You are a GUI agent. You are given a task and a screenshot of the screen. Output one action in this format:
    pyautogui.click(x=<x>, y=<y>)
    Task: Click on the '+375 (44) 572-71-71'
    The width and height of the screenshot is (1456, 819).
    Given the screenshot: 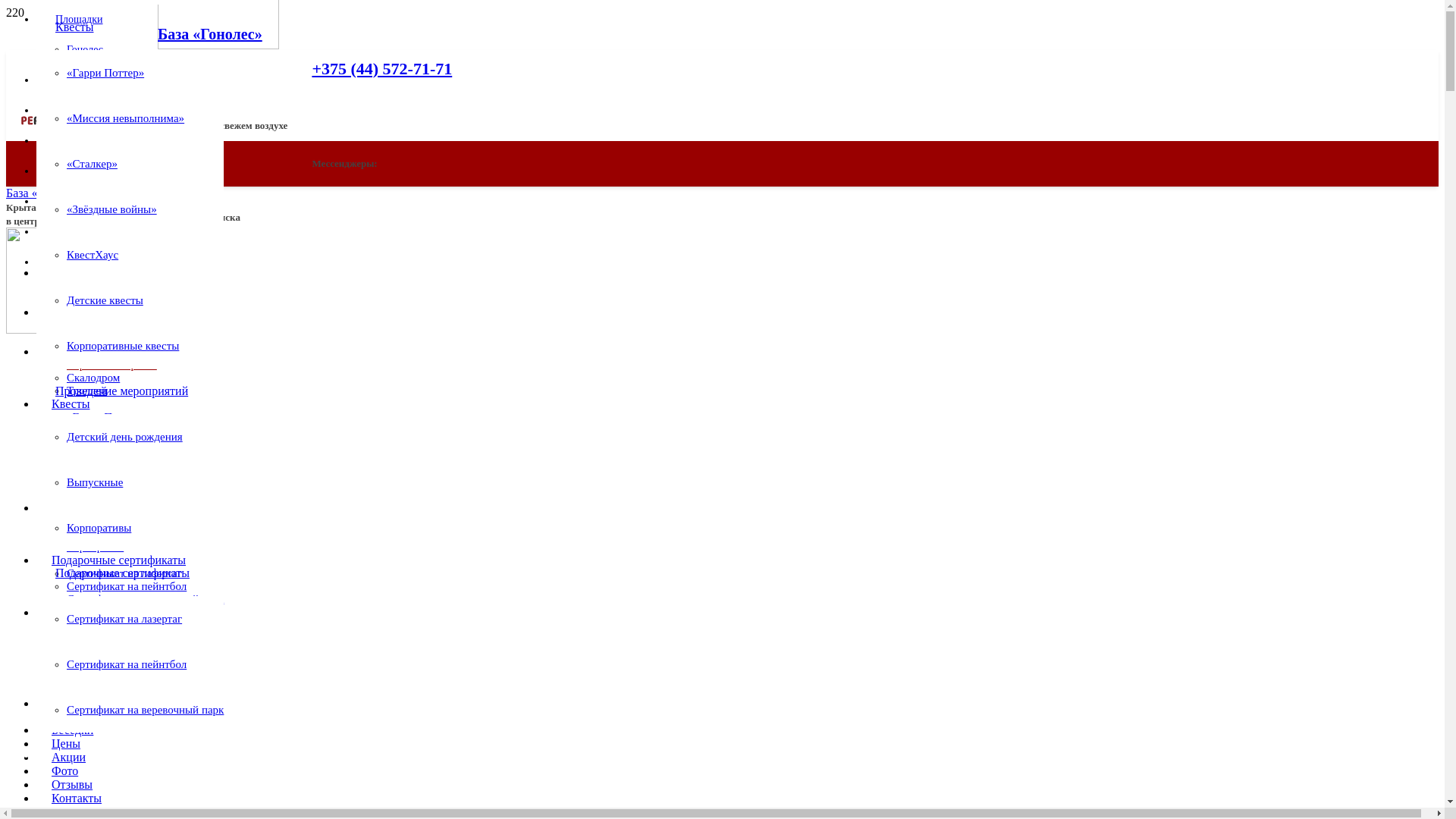 What is the action you would take?
    pyautogui.click(x=381, y=68)
    